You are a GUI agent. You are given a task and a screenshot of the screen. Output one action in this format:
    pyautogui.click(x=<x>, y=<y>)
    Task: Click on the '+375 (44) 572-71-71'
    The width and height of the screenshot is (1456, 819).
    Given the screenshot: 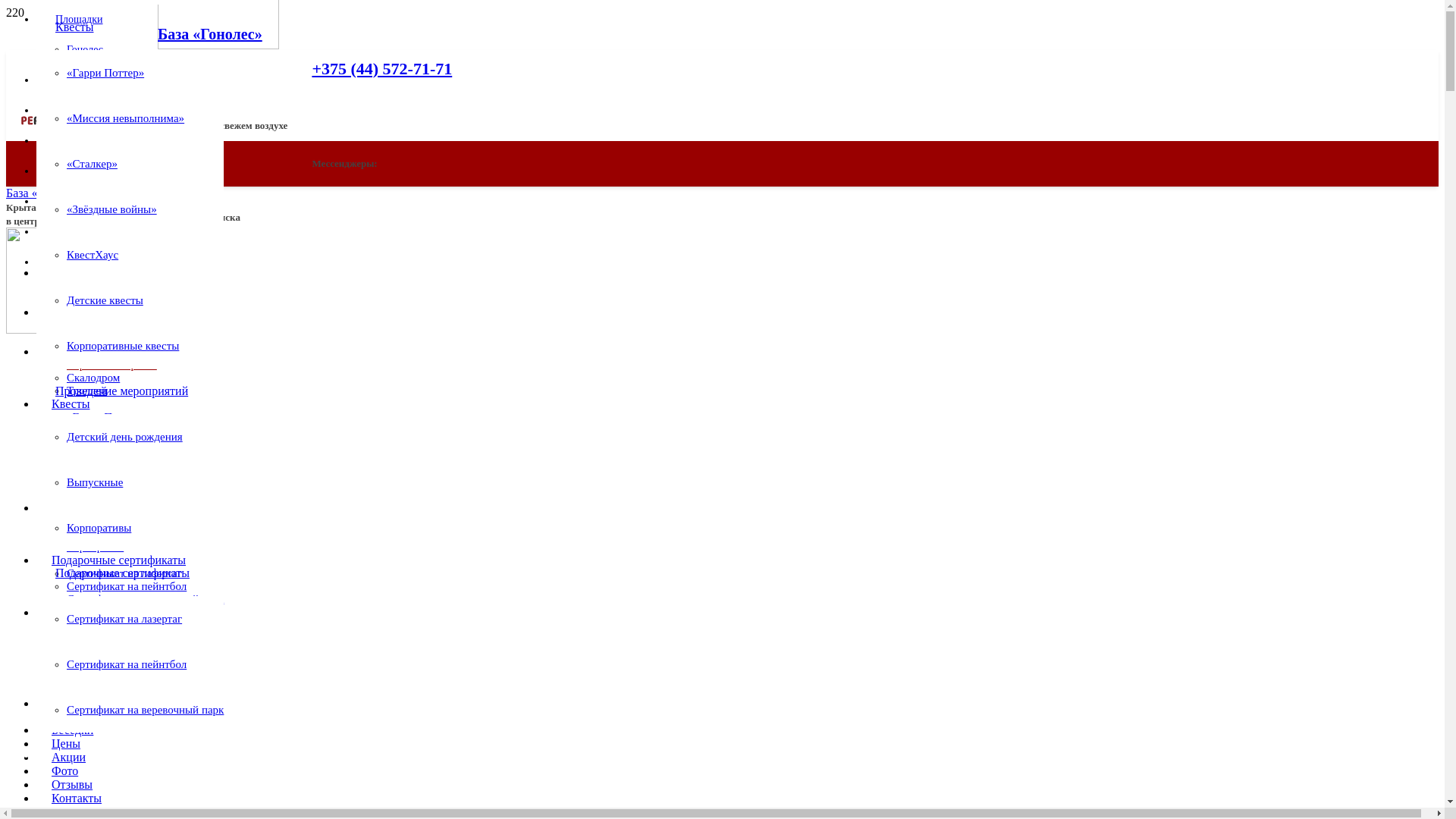 What is the action you would take?
    pyautogui.click(x=381, y=68)
    